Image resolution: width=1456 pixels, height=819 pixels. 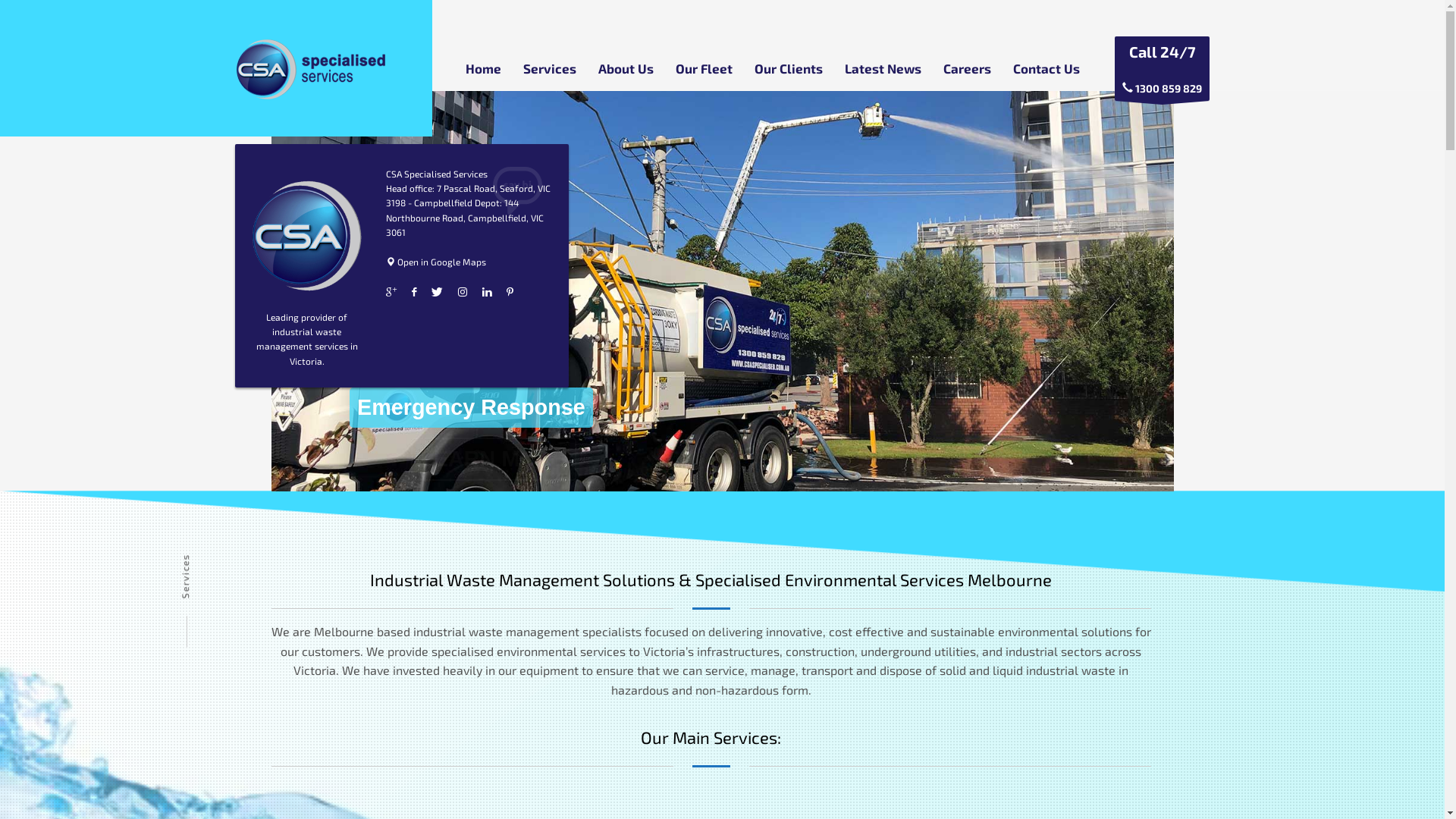 What do you see at coordinates (487, 292) in the screenshot?
I see `'CSA Specialised Inkedin'` at bounding box center [487, 292].